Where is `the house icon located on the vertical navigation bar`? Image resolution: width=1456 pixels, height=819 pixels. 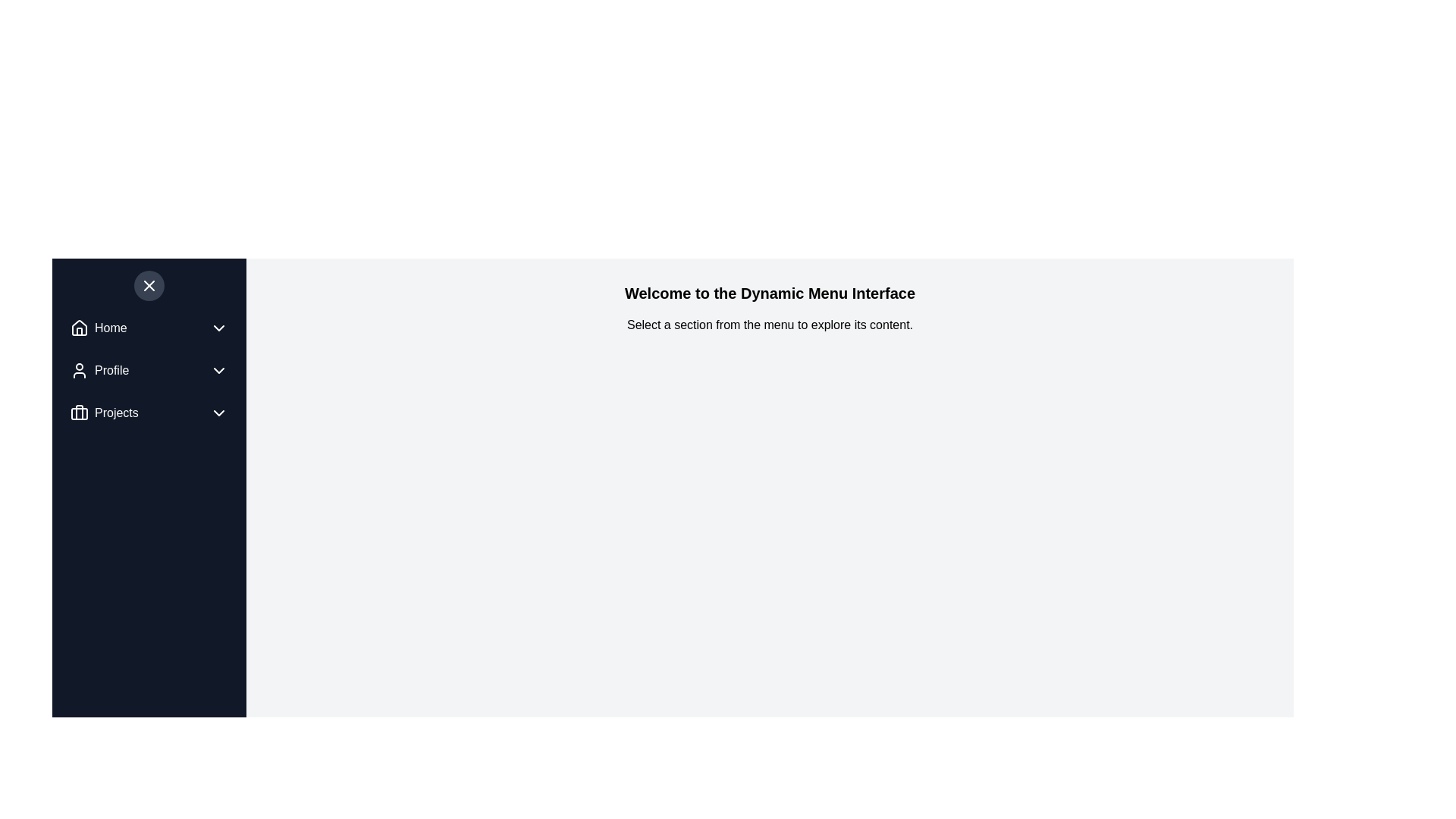
the house icon located on the vertical navigation bar is located at coordinates (79, 327).